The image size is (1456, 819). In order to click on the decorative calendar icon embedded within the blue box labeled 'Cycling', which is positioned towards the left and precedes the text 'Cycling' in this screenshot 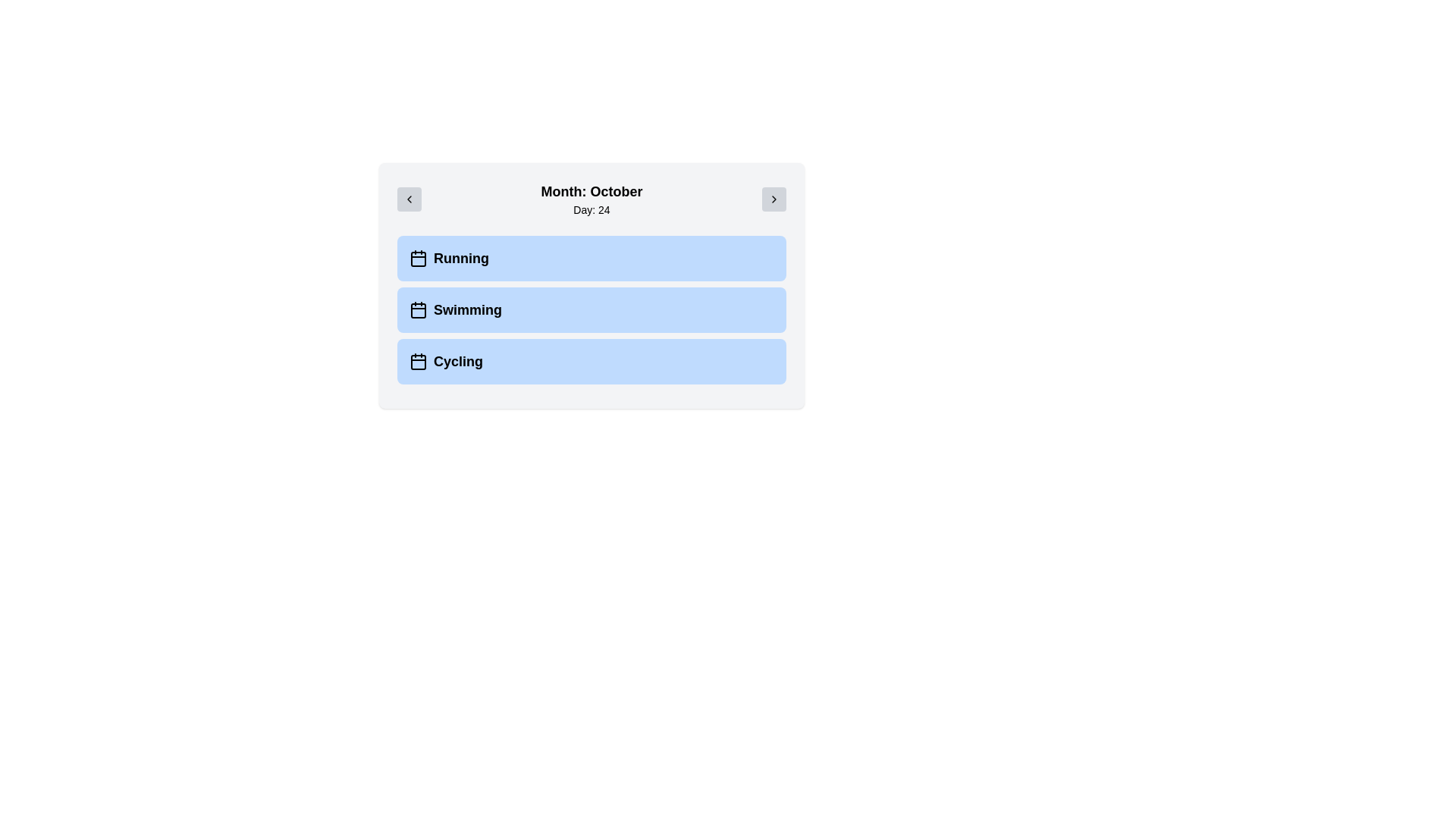, I will do `click(419, 362)`.